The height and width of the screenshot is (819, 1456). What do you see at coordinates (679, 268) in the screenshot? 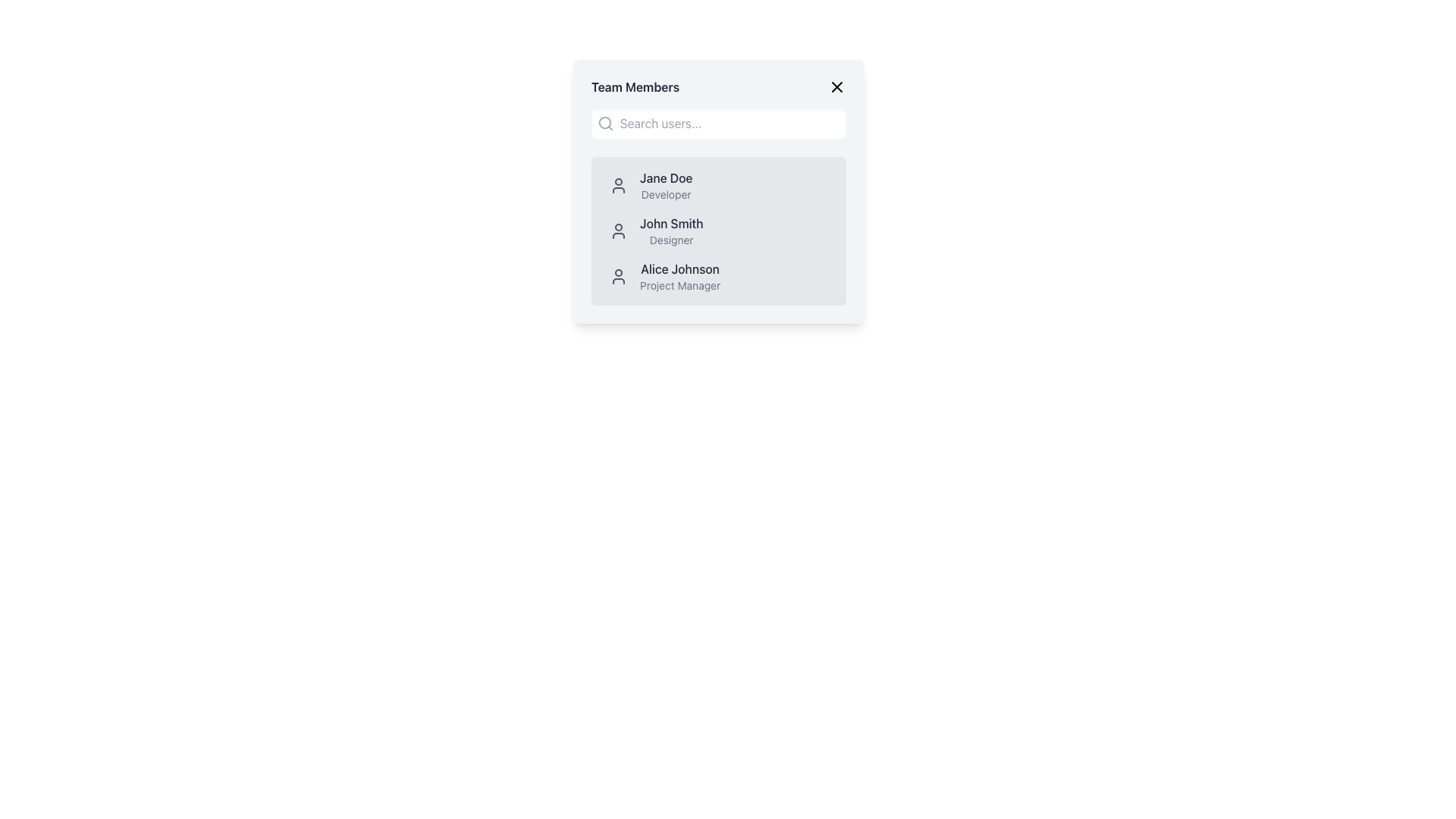
I see `the text label 'Alice Johnson', which is styled in medium-weight dark gray font and is the first line of a two-line entry in the 'Team Members' list` at bounding box center [679, 268].